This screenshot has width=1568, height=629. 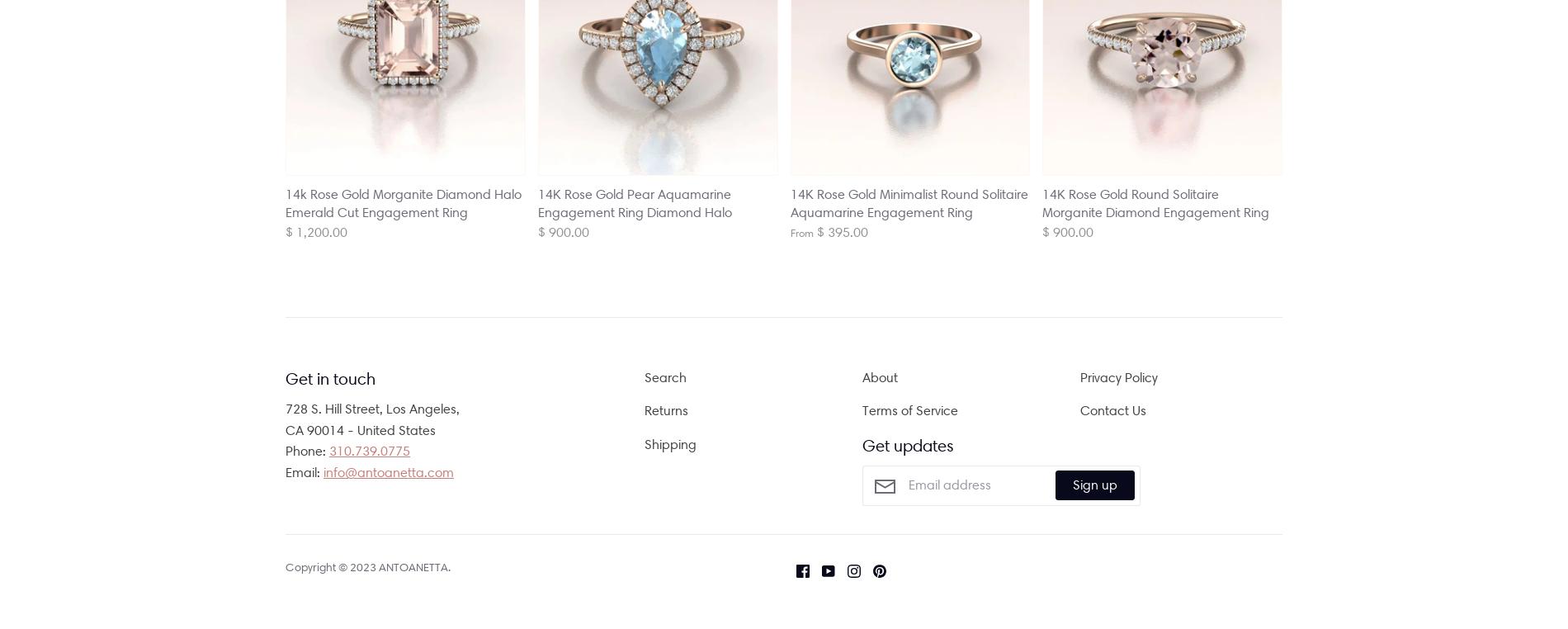 I want to click on '14K Rose Gold Round Solitaire Morganite Diamond Engagement Ring', so click(x=1041, y=202).